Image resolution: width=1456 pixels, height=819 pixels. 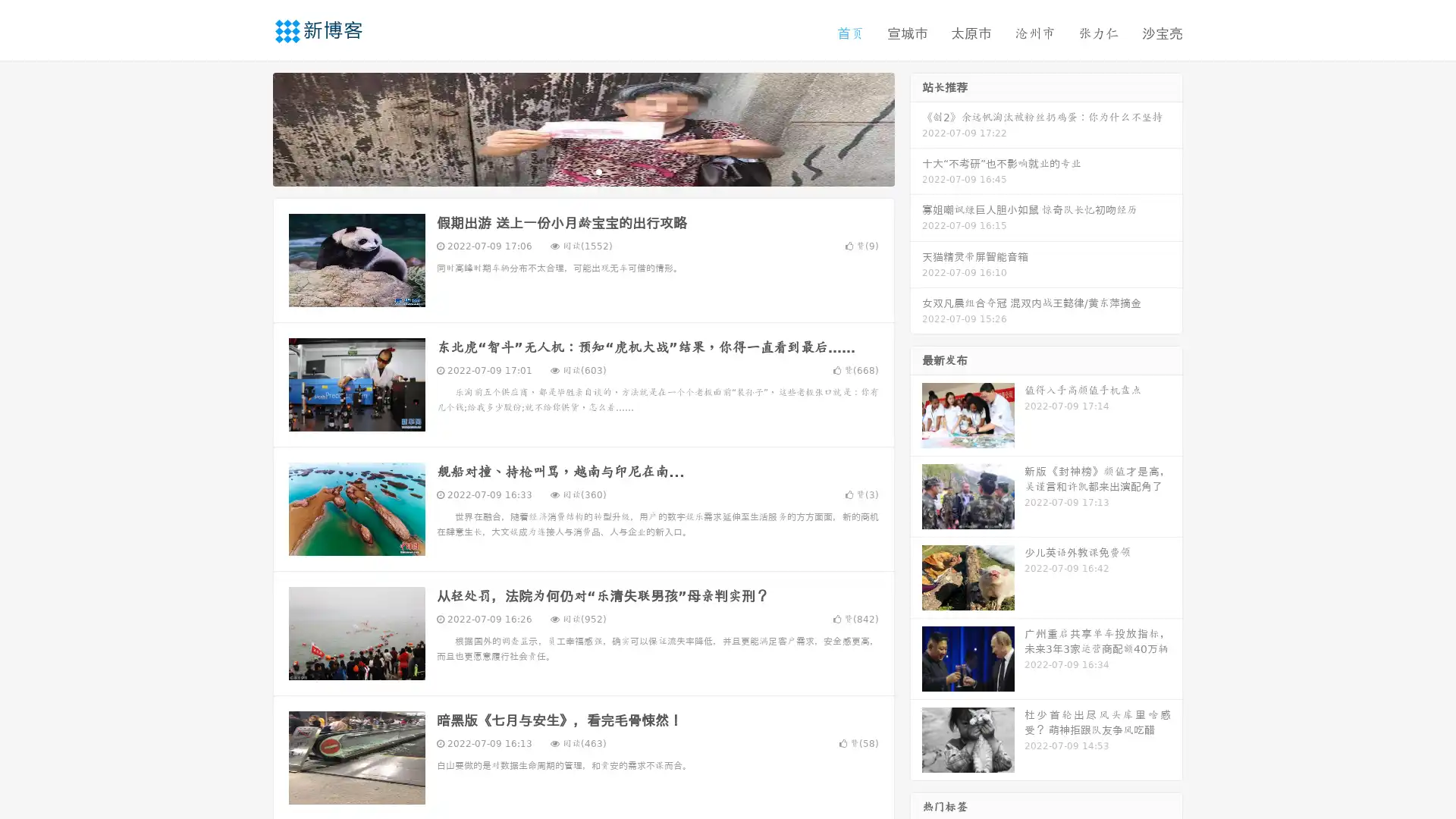 What do you see at coordinates (916, 127) in the screenshot?
I see `Next slide` at bounding box center [916, 127].